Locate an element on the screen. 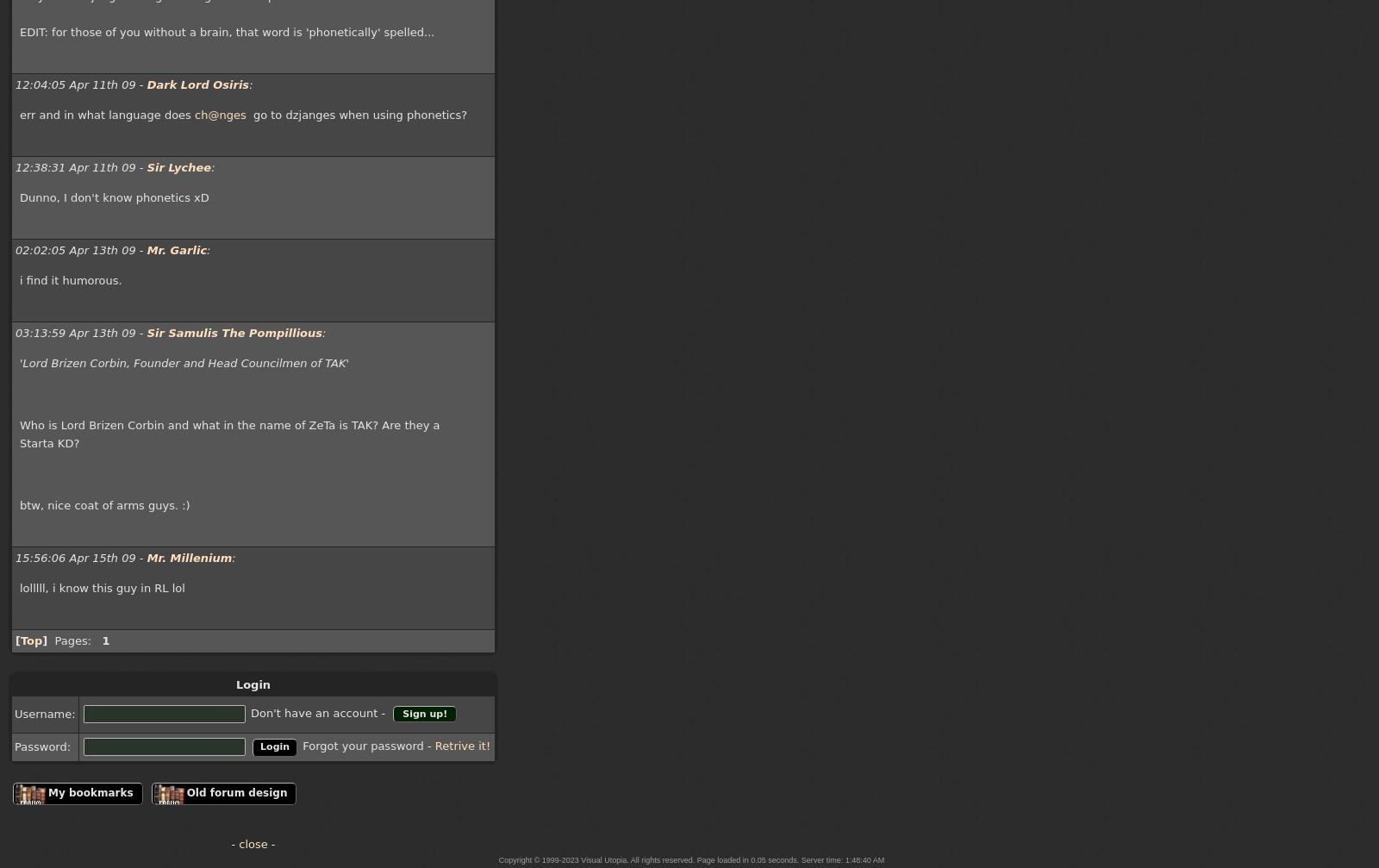 The height and width of the screenshot is (868, 1379). 'Mr. Garlic' is located at coordinates (176, 250).